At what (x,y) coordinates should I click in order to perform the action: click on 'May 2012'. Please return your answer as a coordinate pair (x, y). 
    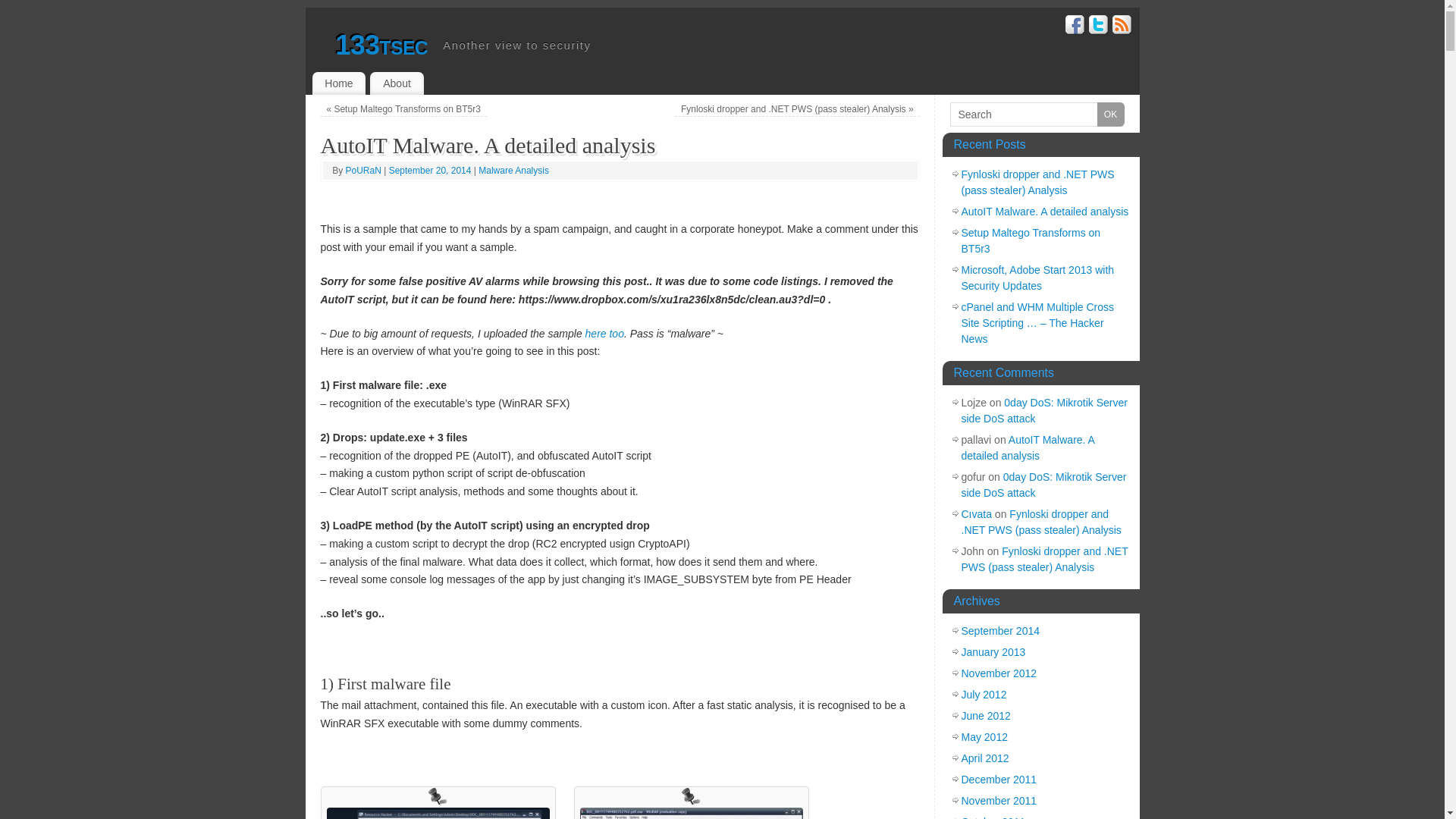
    Looking at the image, I should click on (984, 736).